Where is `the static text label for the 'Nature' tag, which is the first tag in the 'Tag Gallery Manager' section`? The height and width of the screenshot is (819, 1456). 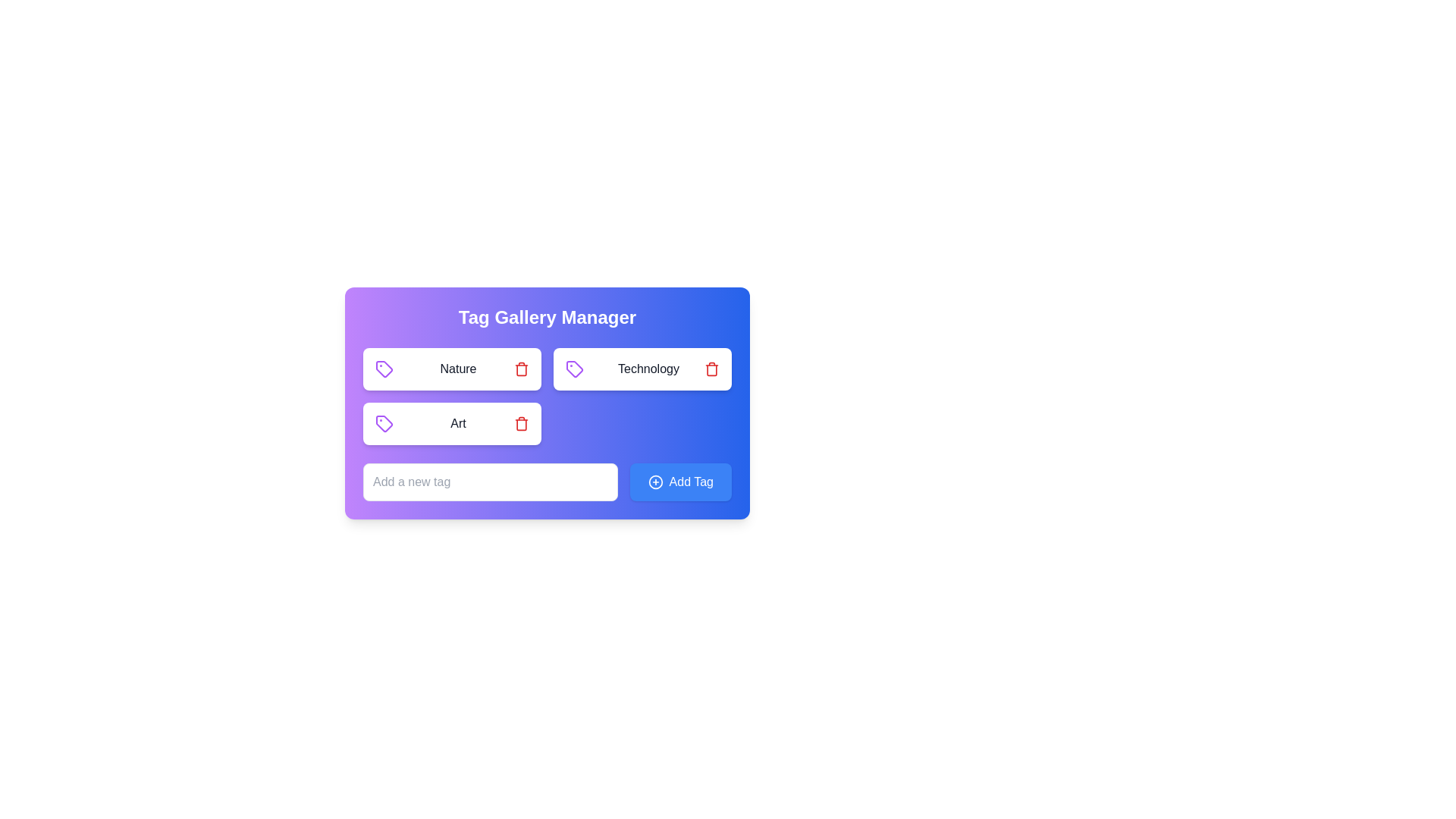 the static text label for the 'Nature' tag, which is the first tag in the 'Tag Gallery Manager' section is located at coordinates (457, 369).